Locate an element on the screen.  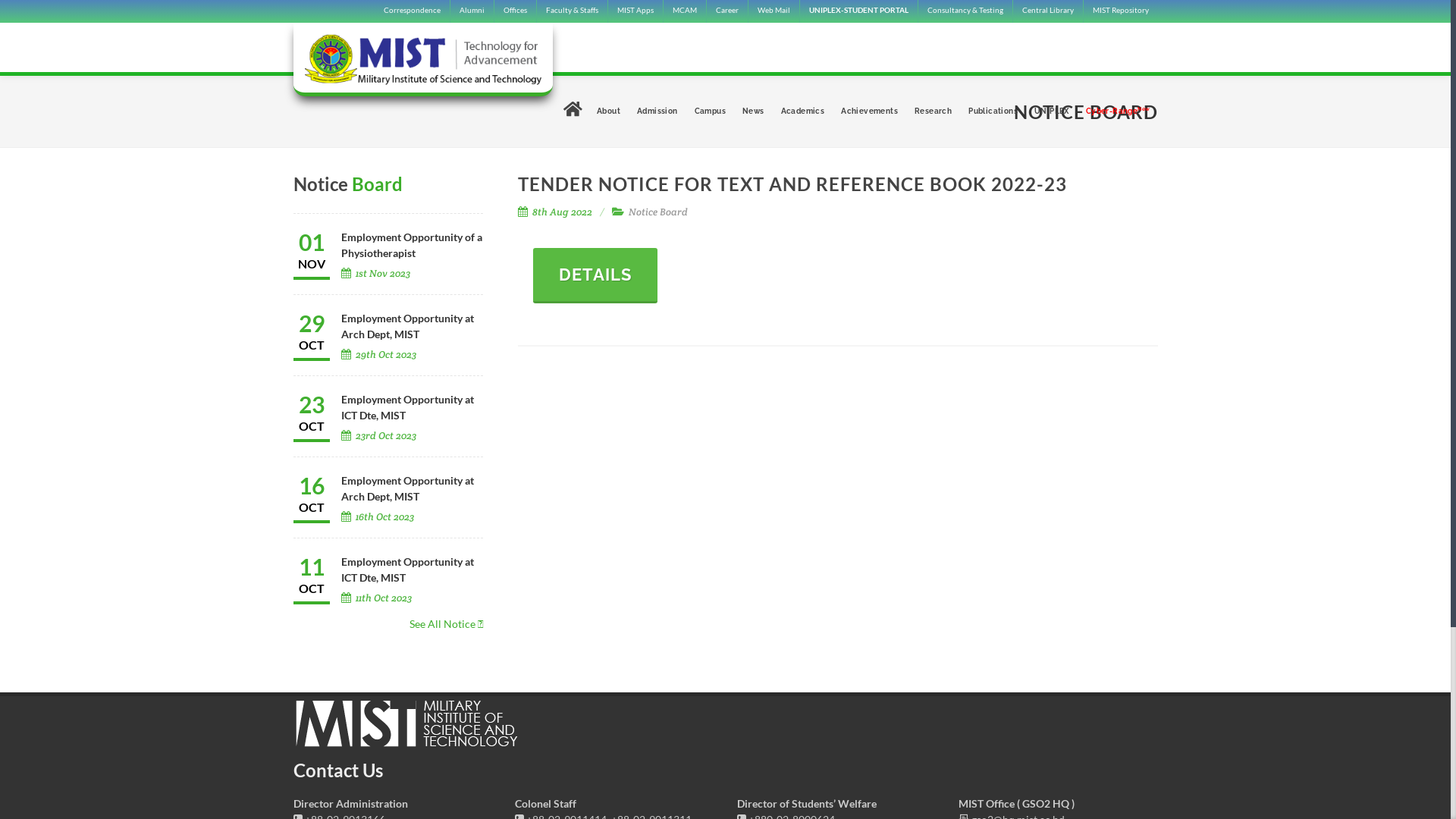
'UNIPLEX' is located at coordinates (1051, 110).